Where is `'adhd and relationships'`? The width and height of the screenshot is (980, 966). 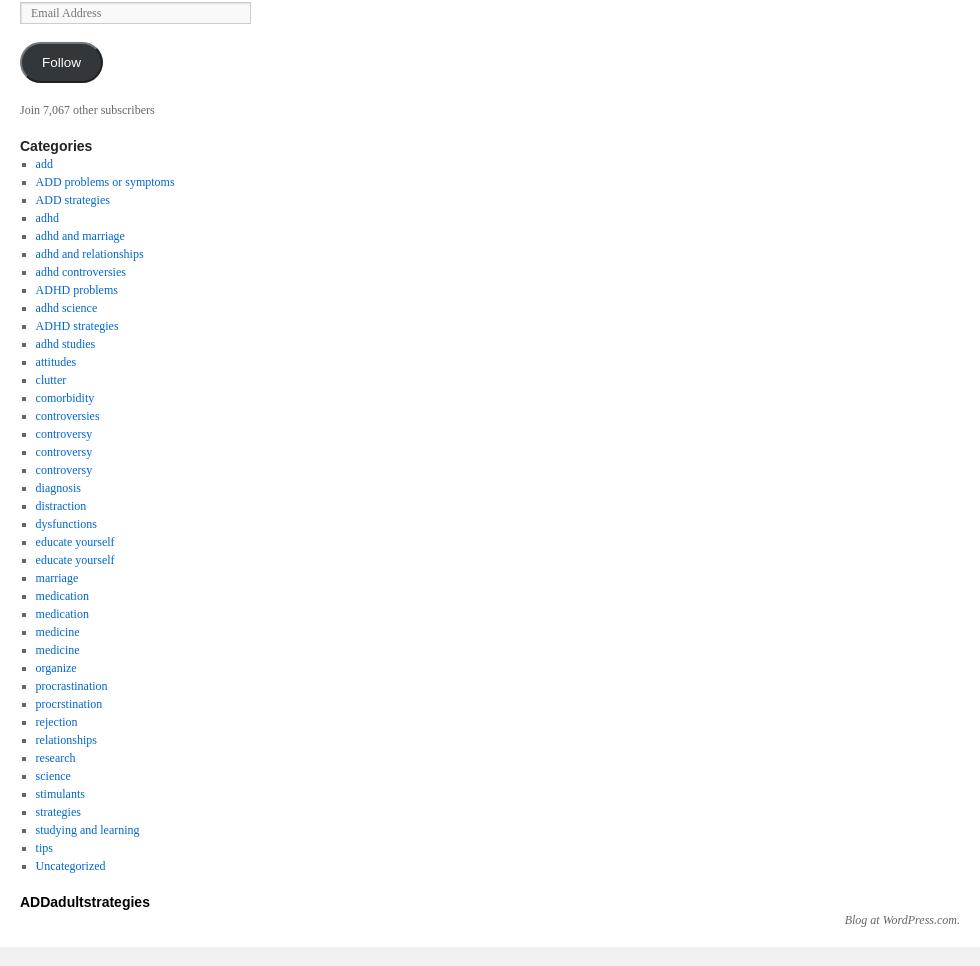 'adhd and relationships' is located at coordinates (88, 252).